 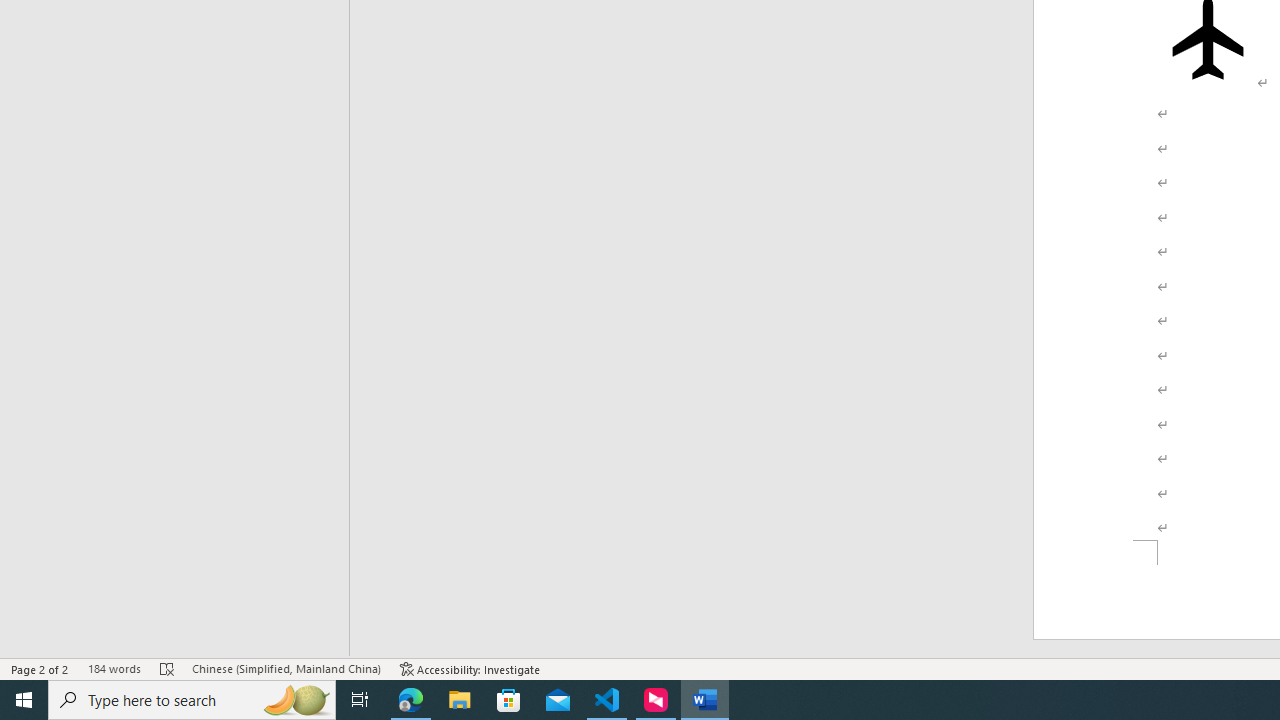 What do you see at coordinates (40, 669) in the screenshot?
I see `'Page Number Page 2 of 2'` at bounding box center [40, 669].